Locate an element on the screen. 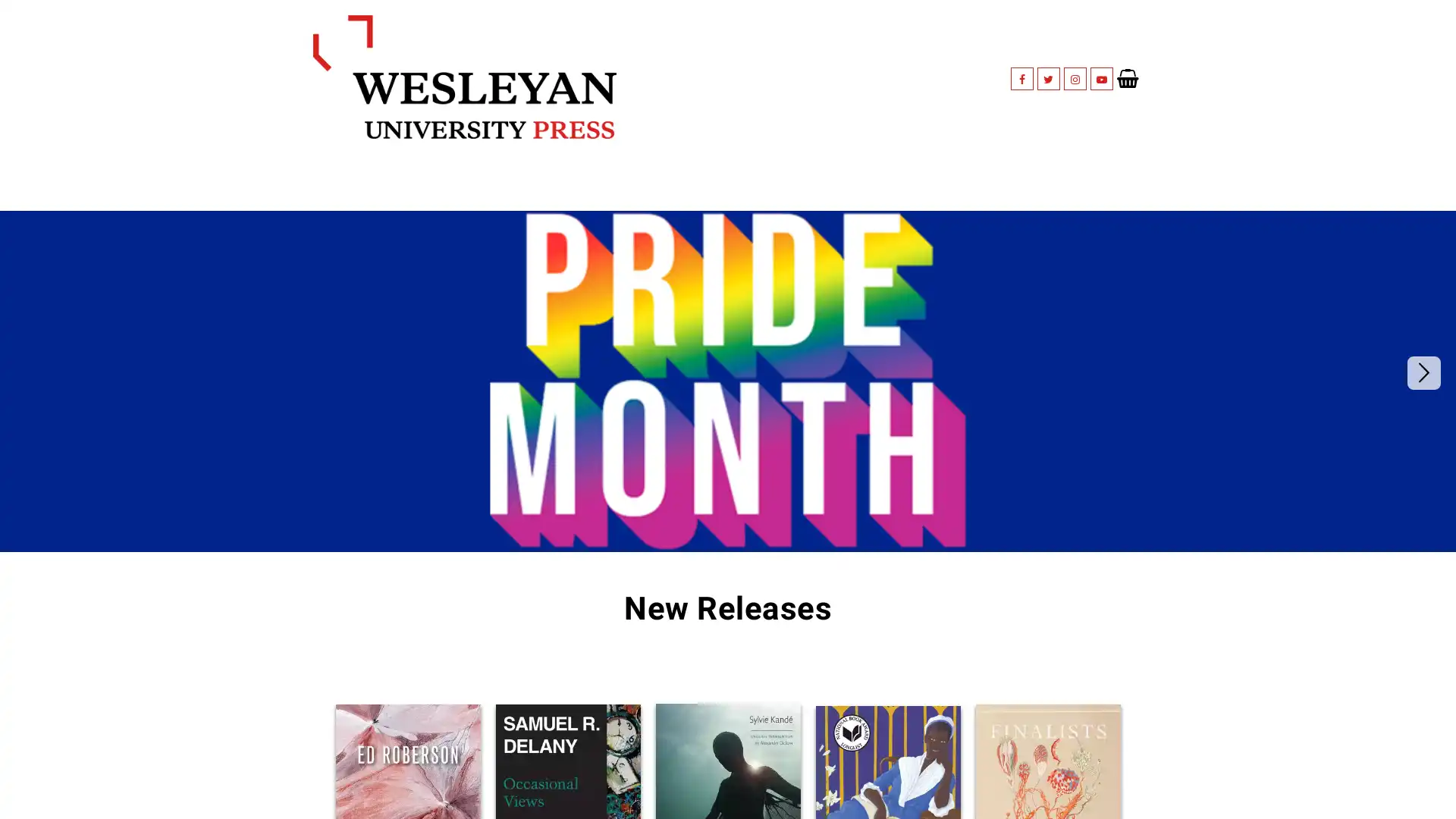  SEARCH is located at coordinates (1102, 171).